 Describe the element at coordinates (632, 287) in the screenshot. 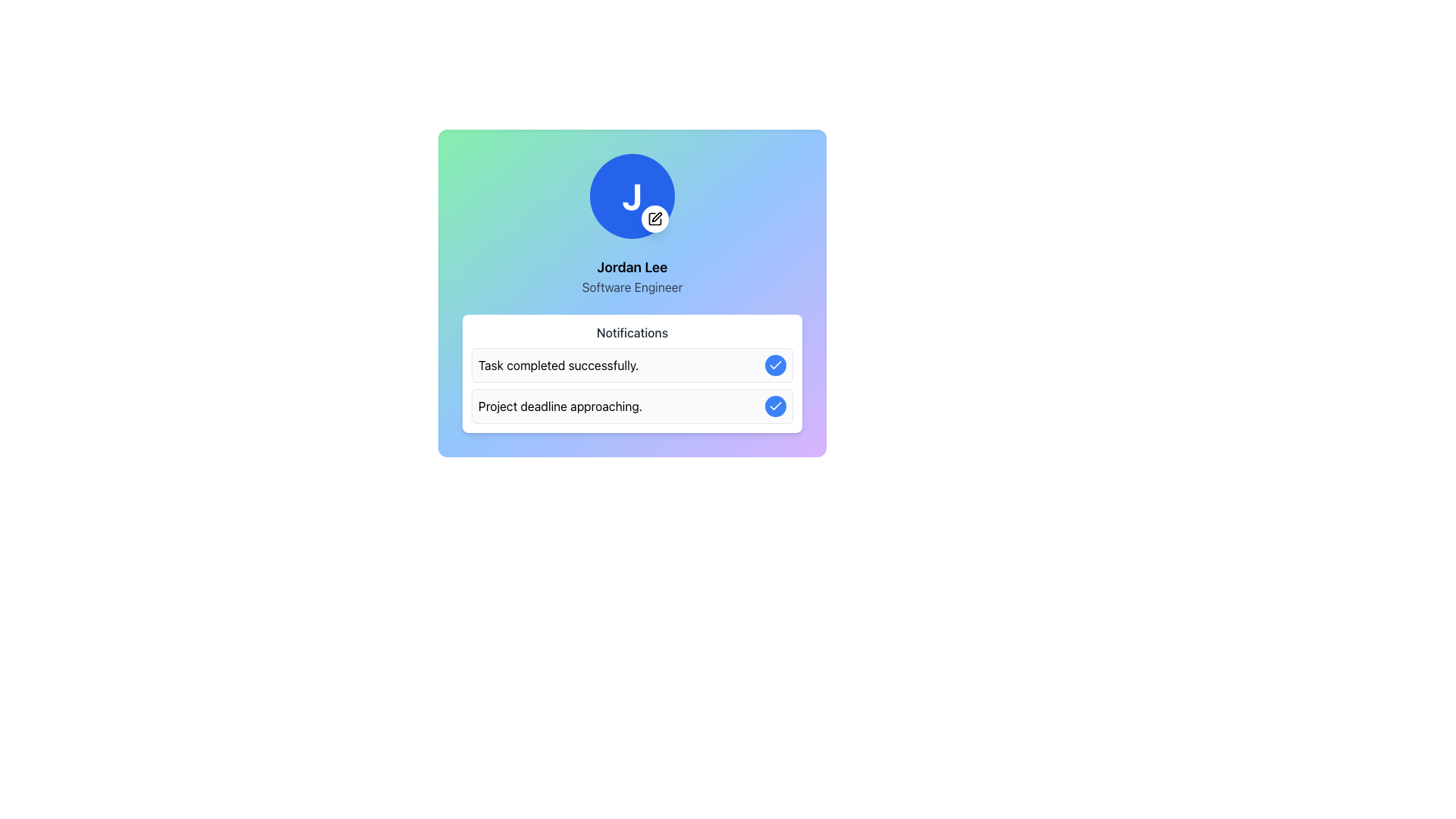

I see `the title text indicating the user's professional role ('Software Engineer')` at that location.